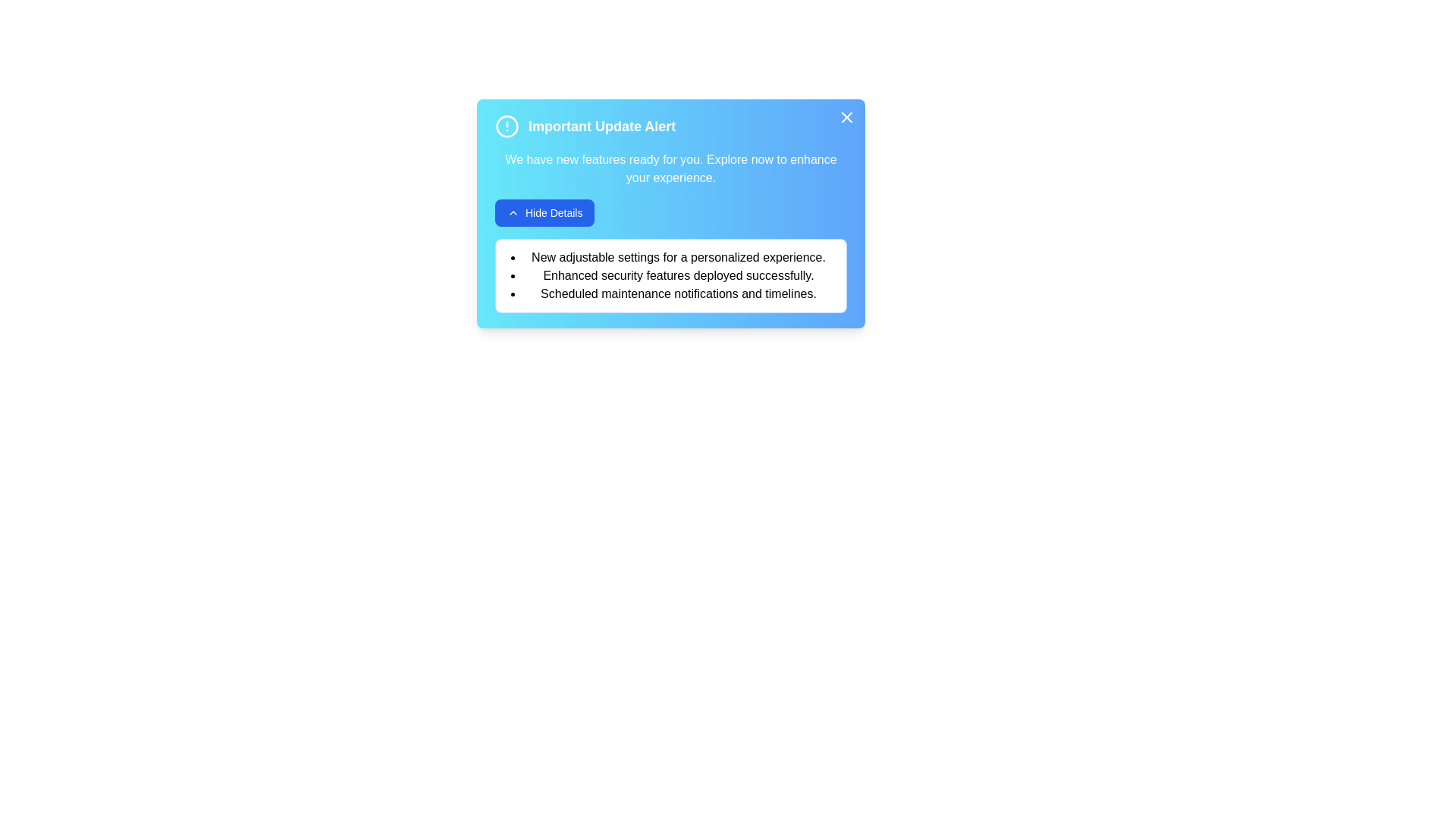  I want to click on the 'Hide Details' button to toggle the visibility of the additional information, so click(544, 213).